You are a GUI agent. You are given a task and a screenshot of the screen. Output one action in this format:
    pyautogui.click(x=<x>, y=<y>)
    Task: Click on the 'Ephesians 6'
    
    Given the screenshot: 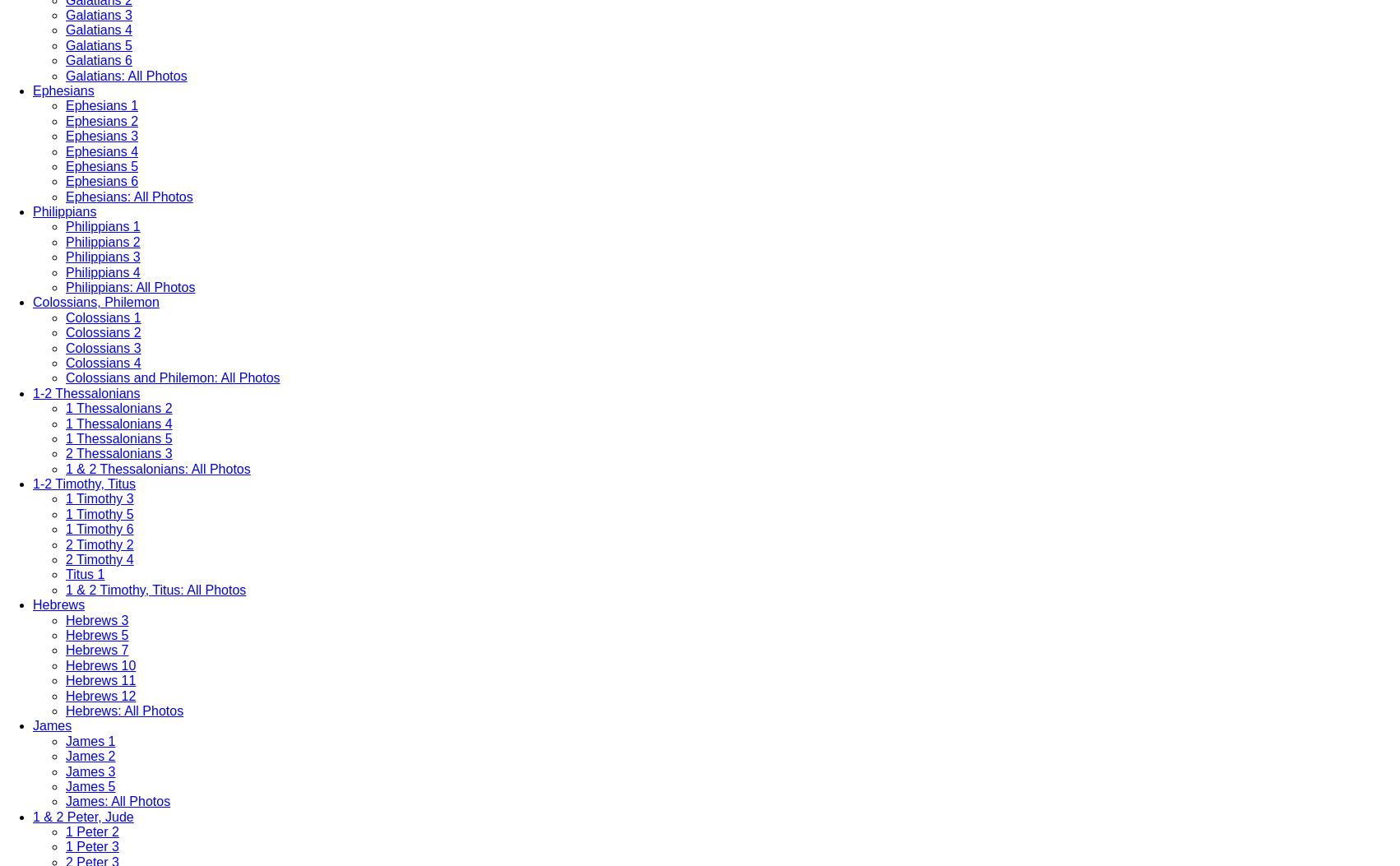 What is the action you would take?
    pyautogui.click(x=102, y=181)
    